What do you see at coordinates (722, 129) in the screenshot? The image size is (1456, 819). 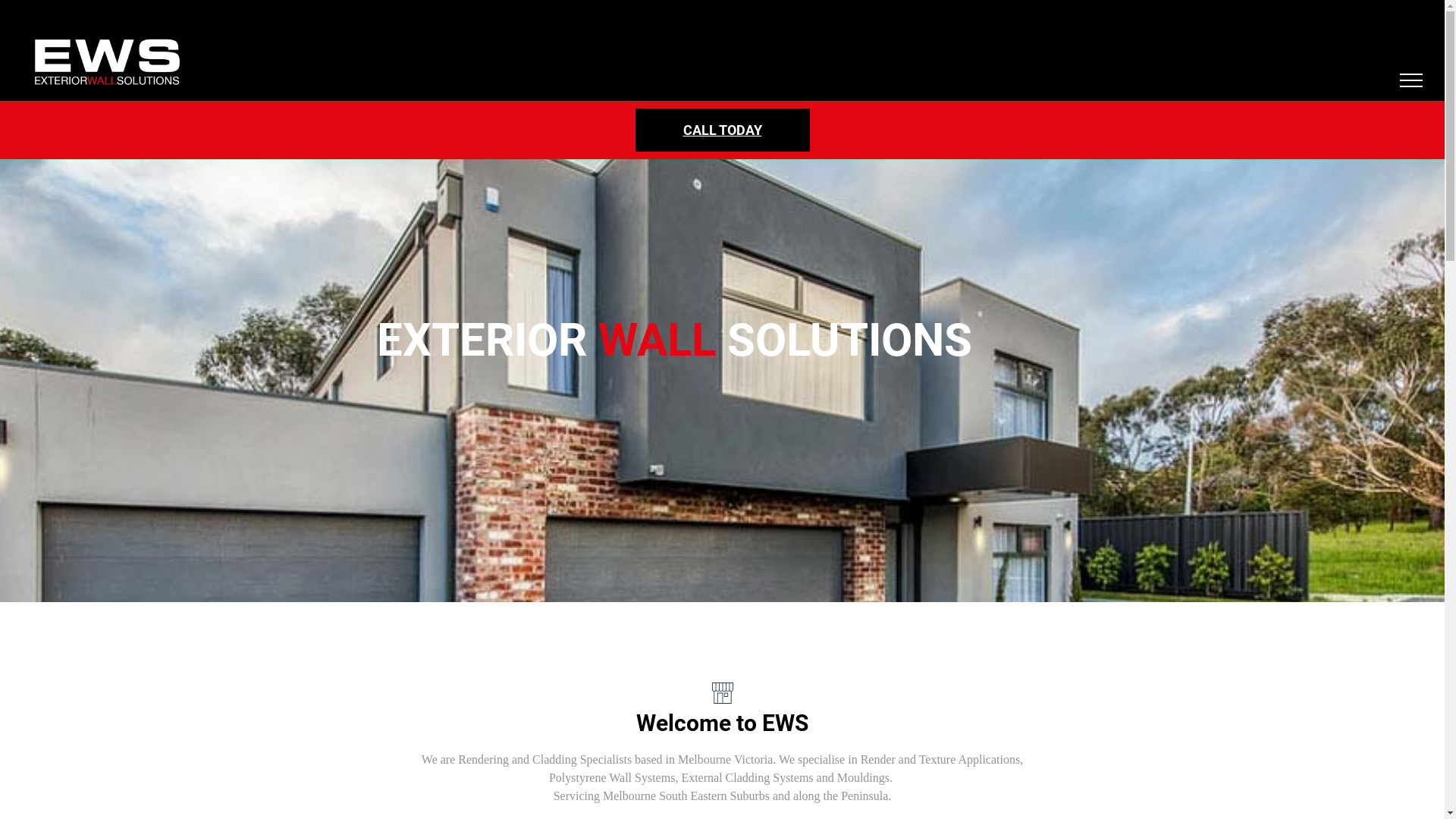 I see `'CALL TODAY'` at bounding box center [722, 129].